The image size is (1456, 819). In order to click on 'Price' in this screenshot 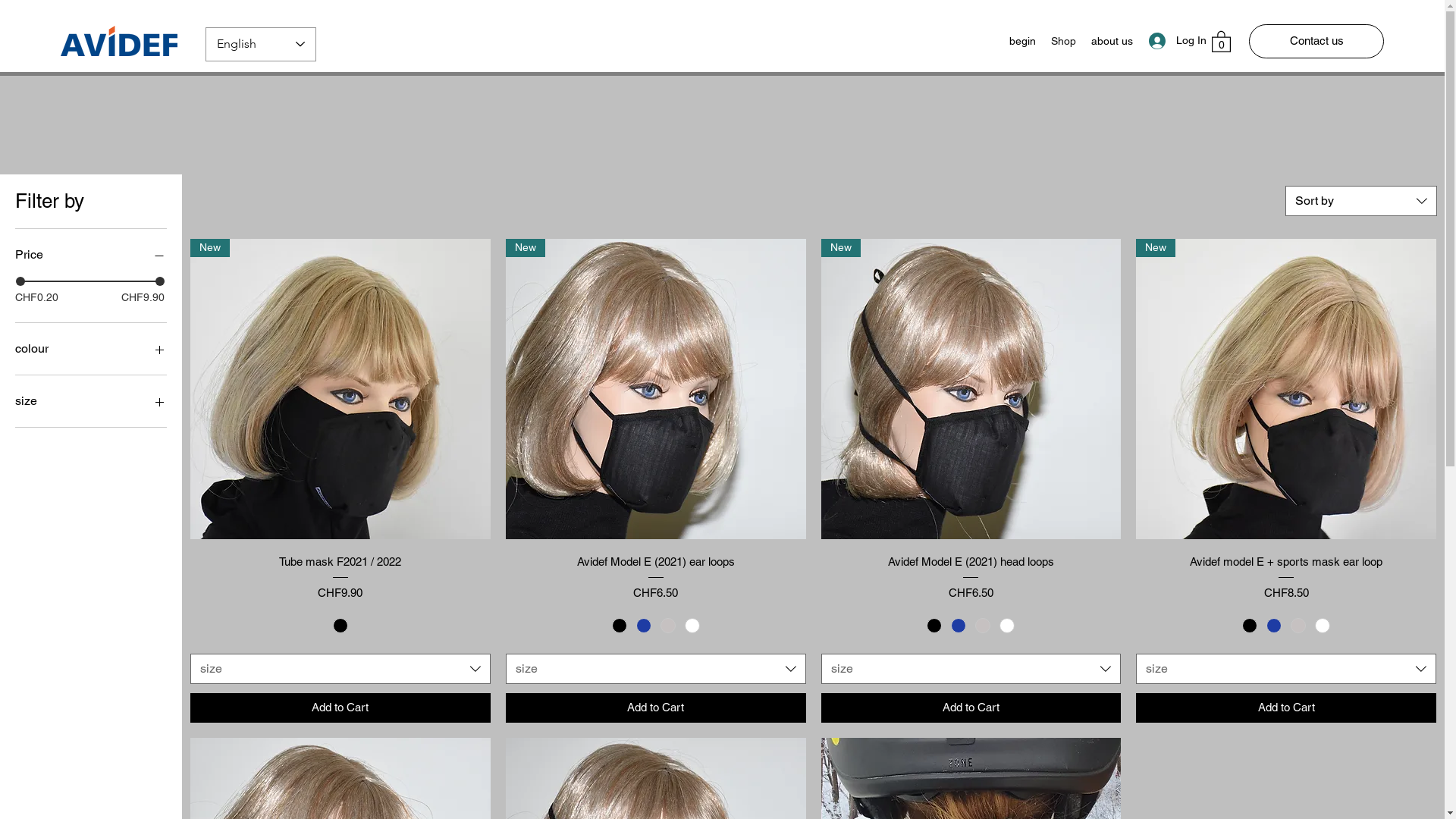, I will do `click(90, 253)`.